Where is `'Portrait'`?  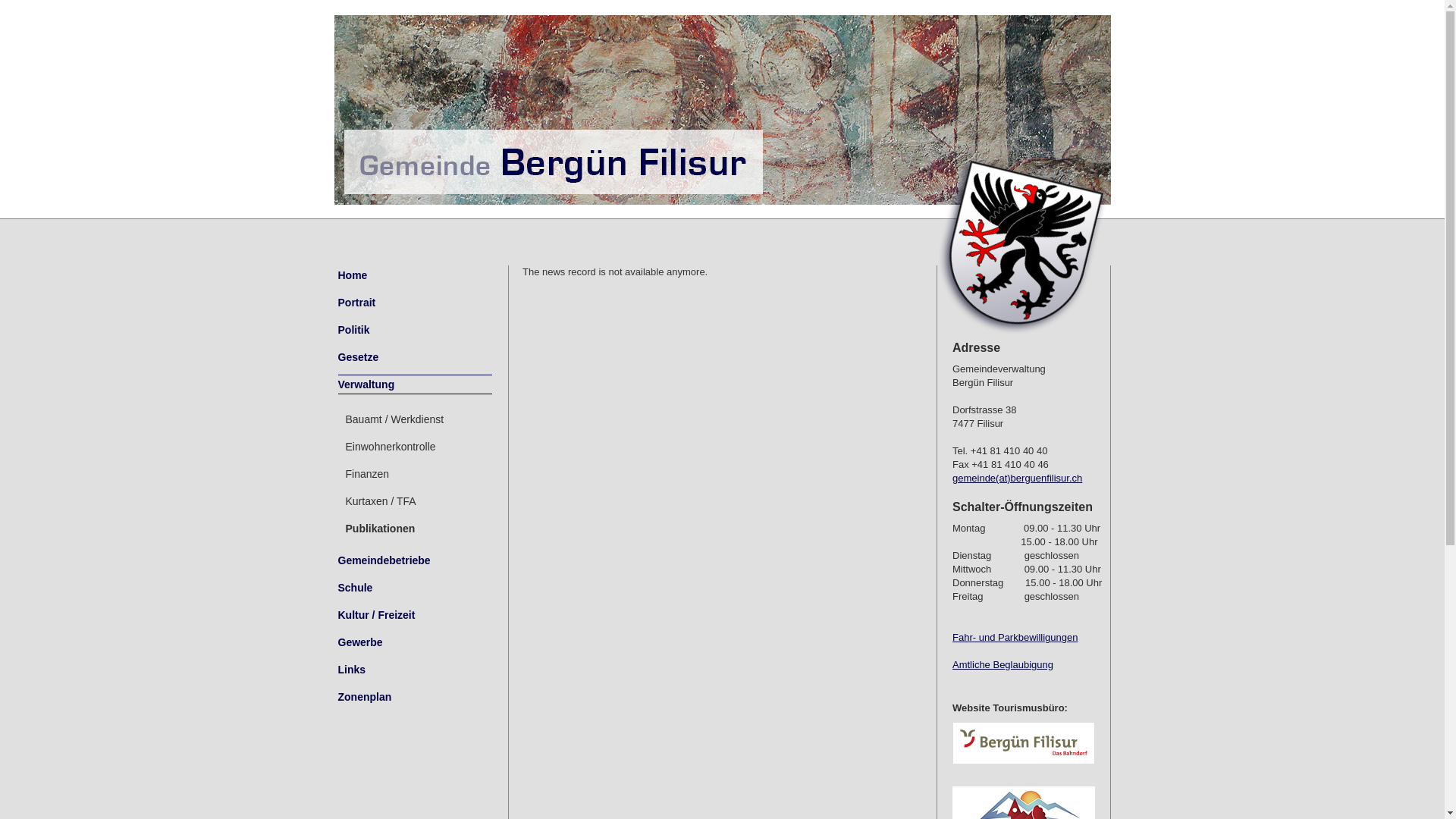
'Portrait' is located at coordinates (415, 302).